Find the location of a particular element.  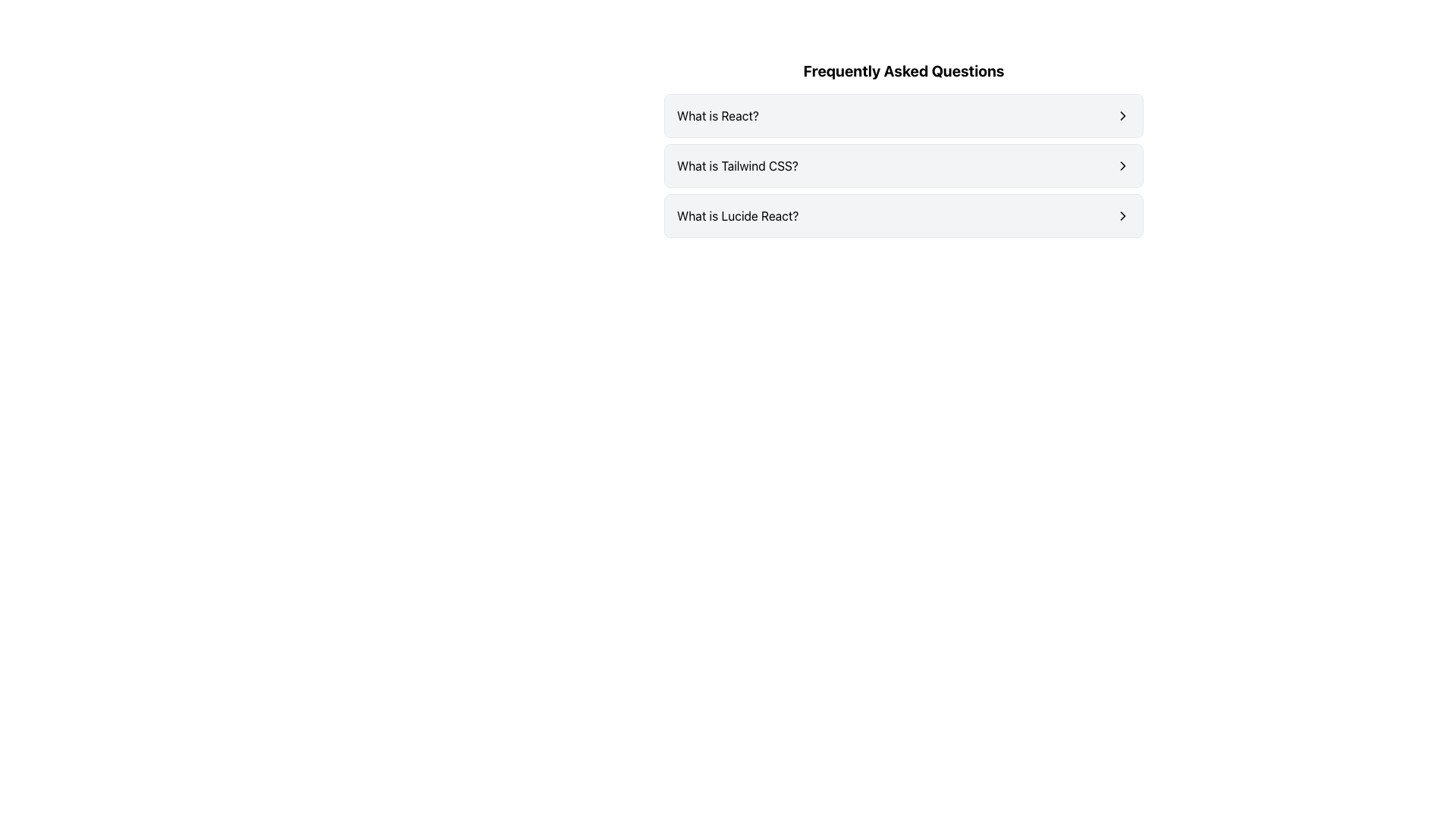

the chevron arrow icon located at the far right of the 'What is React?' dropdown item under the 'Frequently Asked Questions' section to indicate that the list item is expandable or navigates to further details is located at coordinates (1123, 115).